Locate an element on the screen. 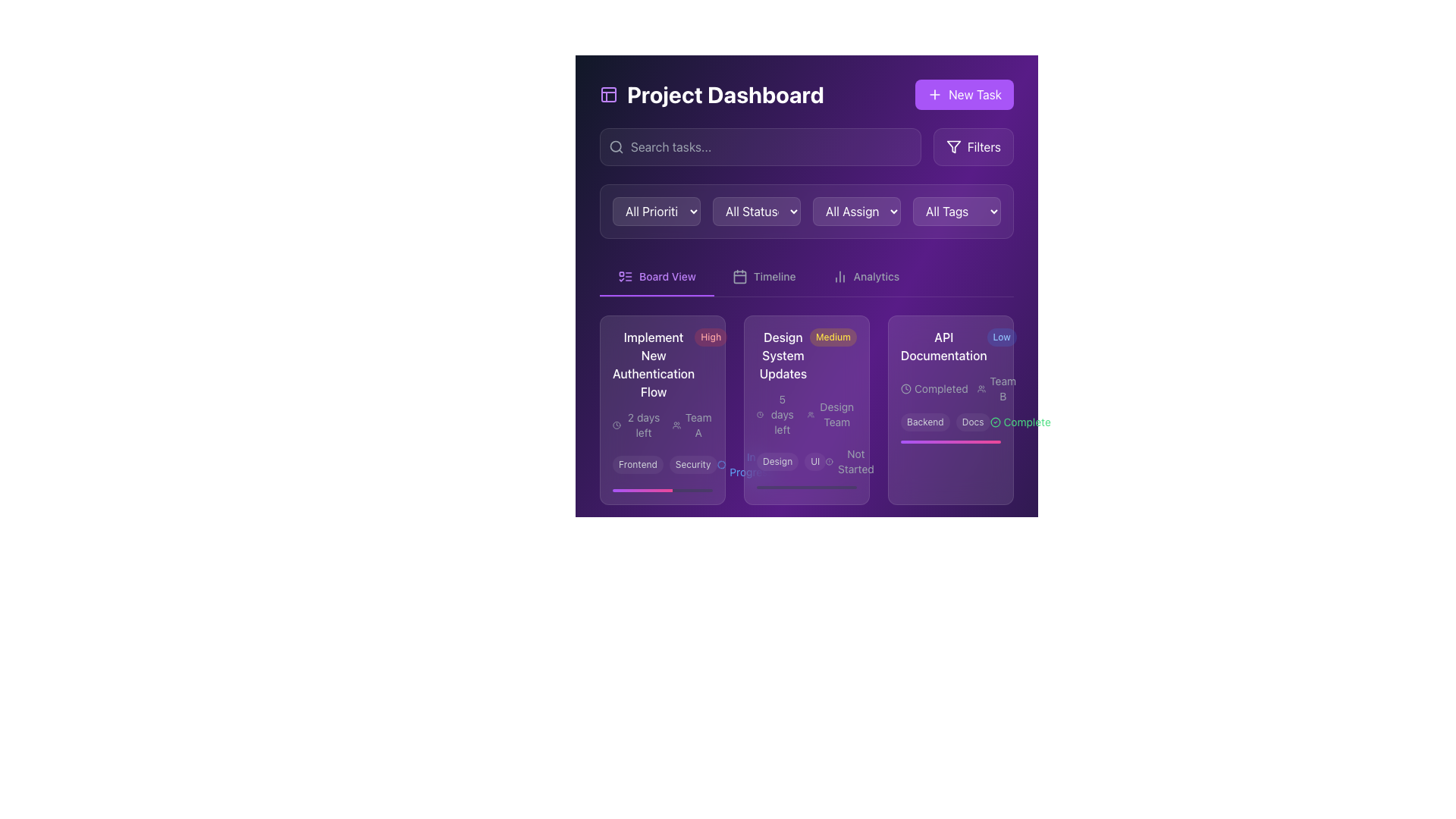  the analytics icon located to the left of the 'Analytics' text label is located at coordinates (839, 277).